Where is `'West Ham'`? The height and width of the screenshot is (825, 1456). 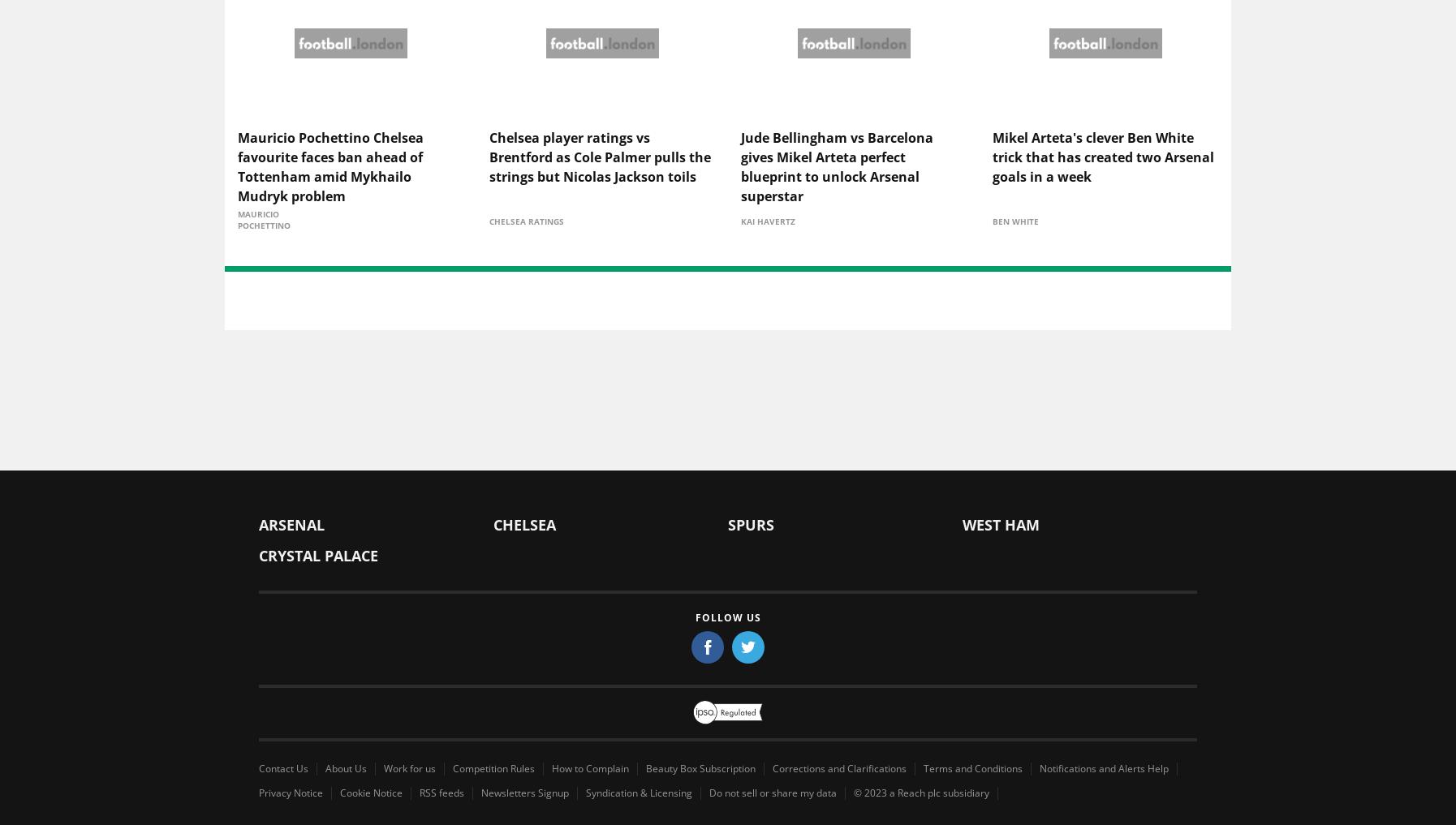 'West Ham' is located at coordinates (1000, 526).